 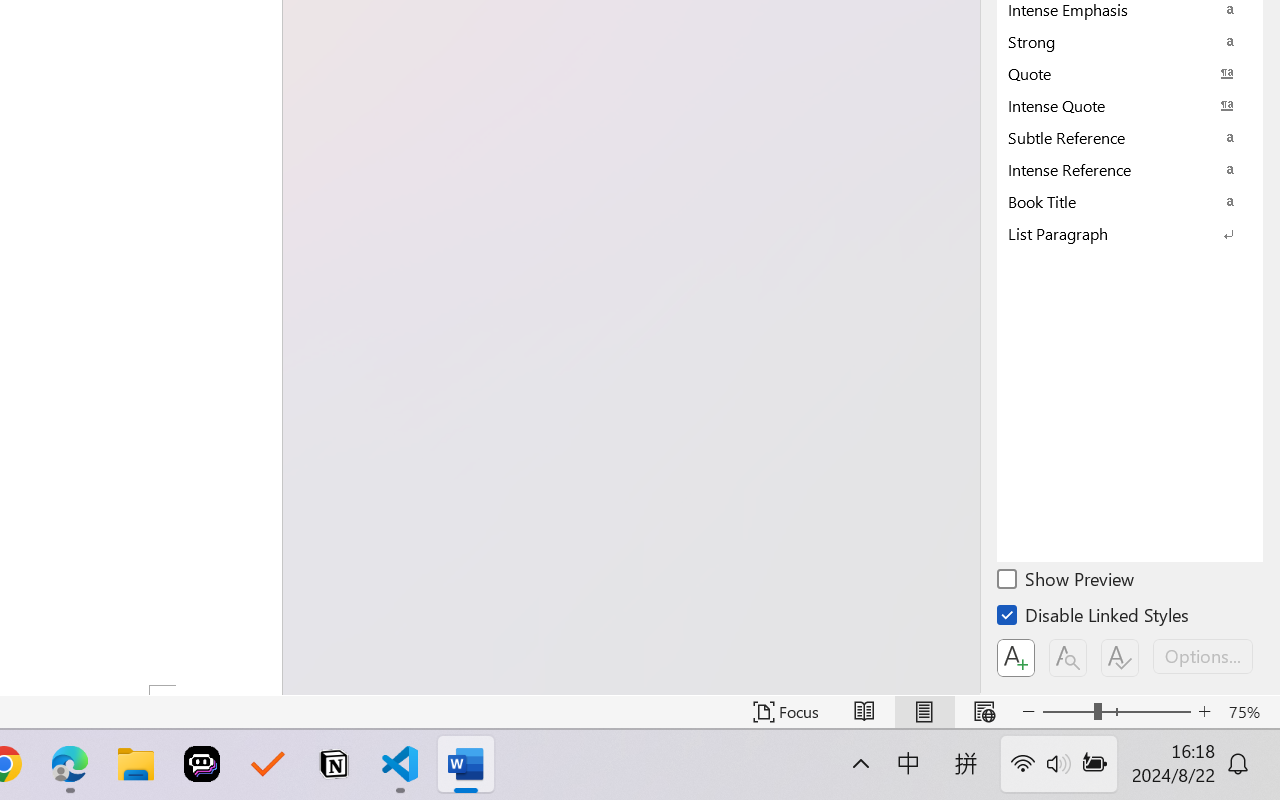 What do you see at coordinates (1130, 201) in the screenshot?
I see `'Book Title'` at bounding box center [1130, 201].